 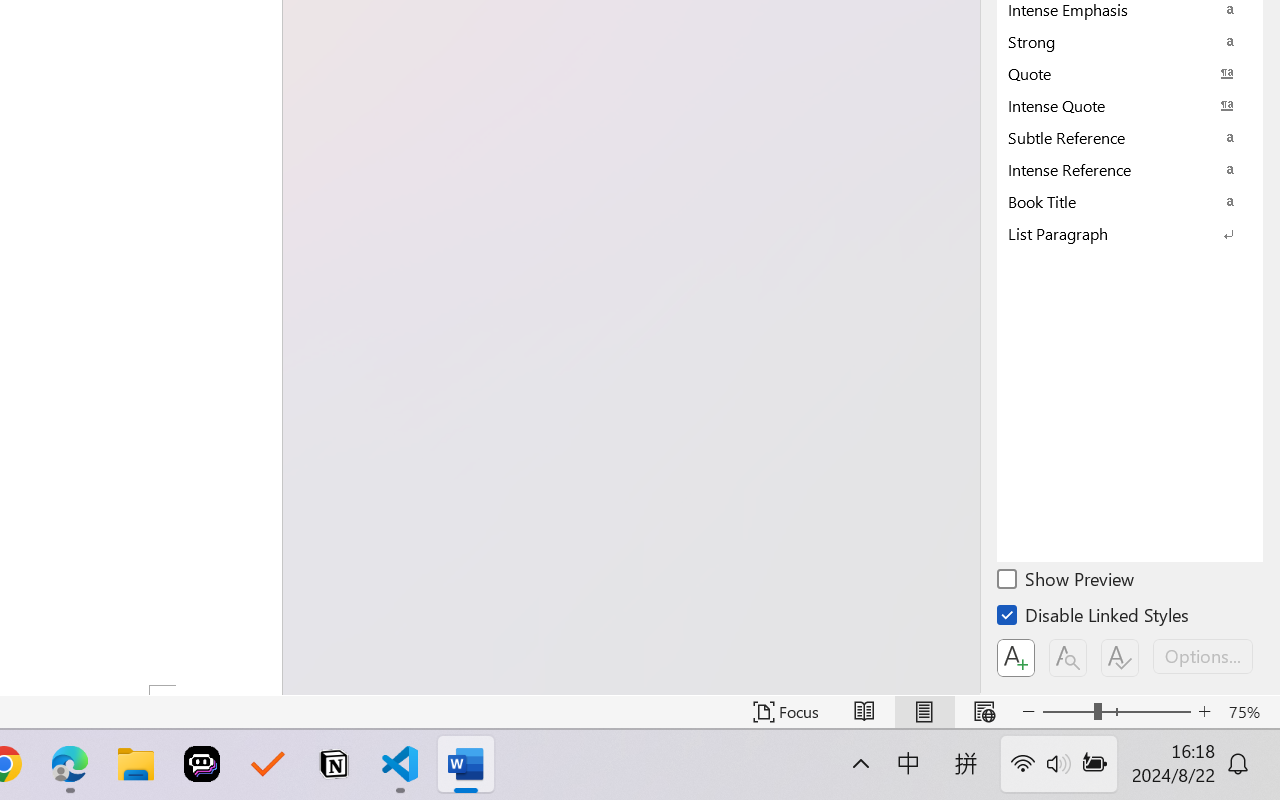 What do you see at coordinates (1130, 201) in the screenshot?
I see `'Book Title'` at bounding box center [1130, 201].